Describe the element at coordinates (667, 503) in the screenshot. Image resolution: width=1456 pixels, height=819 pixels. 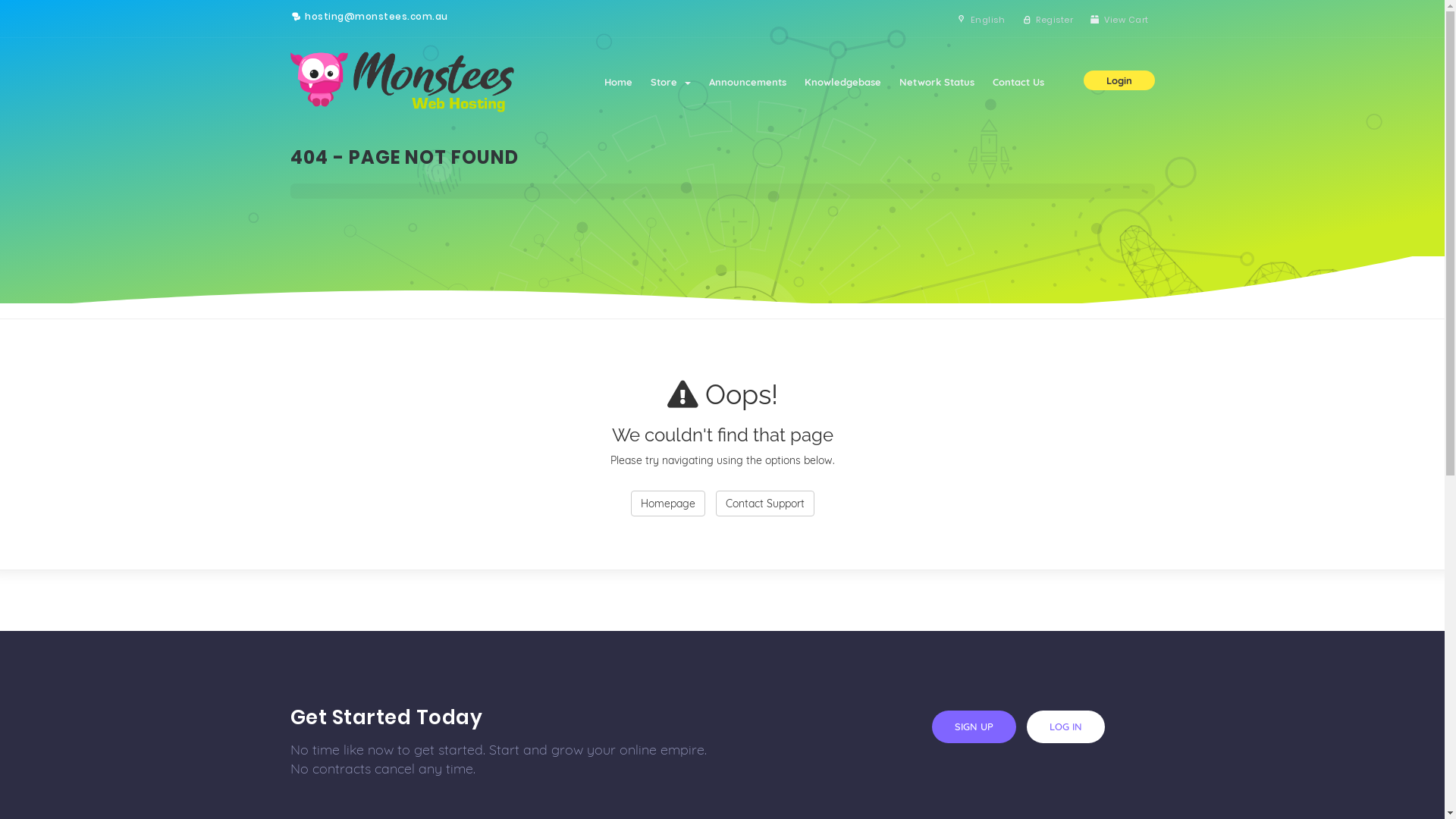
I see `'Homepage'` at that location.